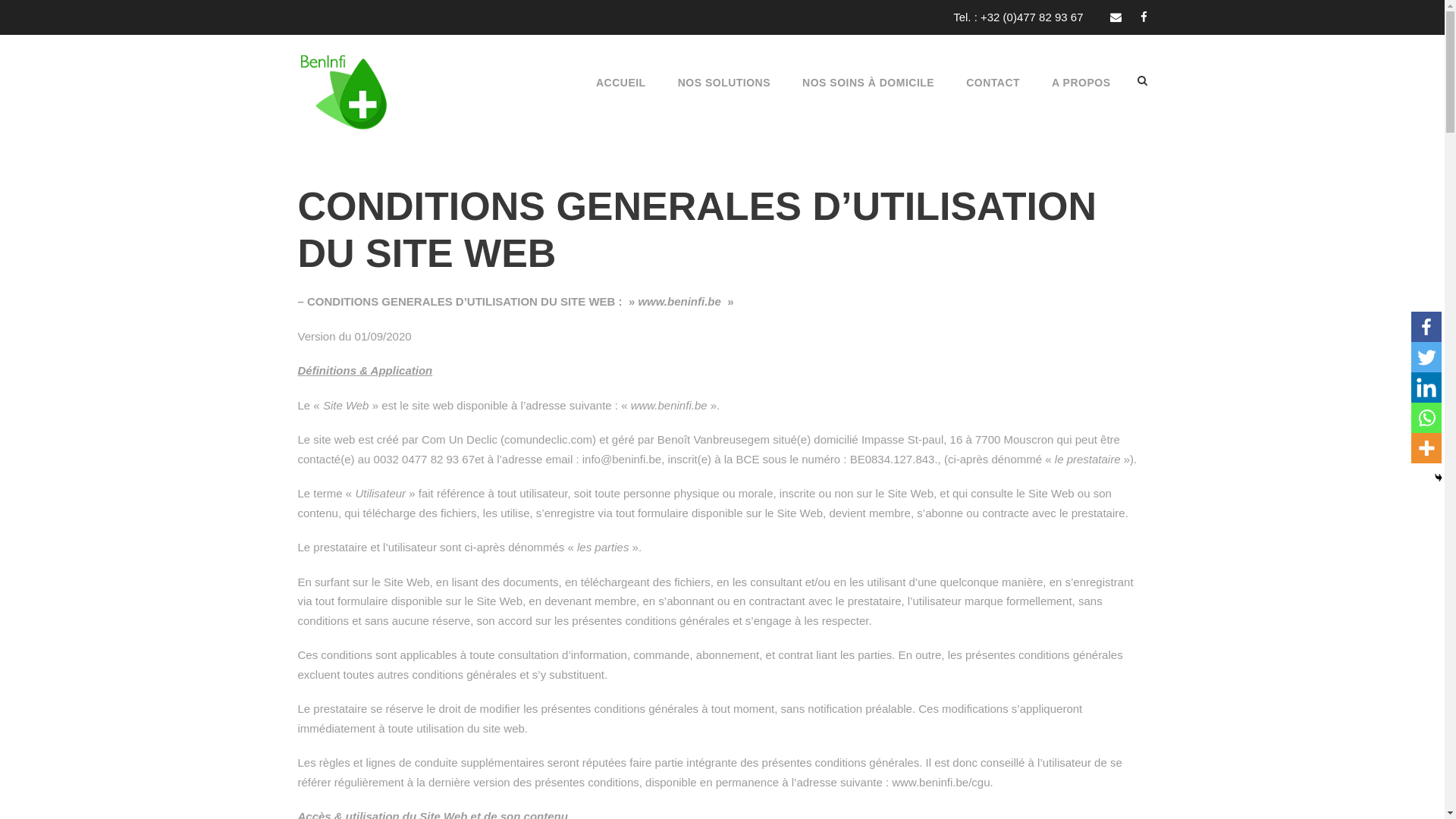 This screenshot has width=1456, height=819. Describe the element at coordinates (723, 100) in the screenshot. I see `'NOS SOLUTIONS'` at that location.